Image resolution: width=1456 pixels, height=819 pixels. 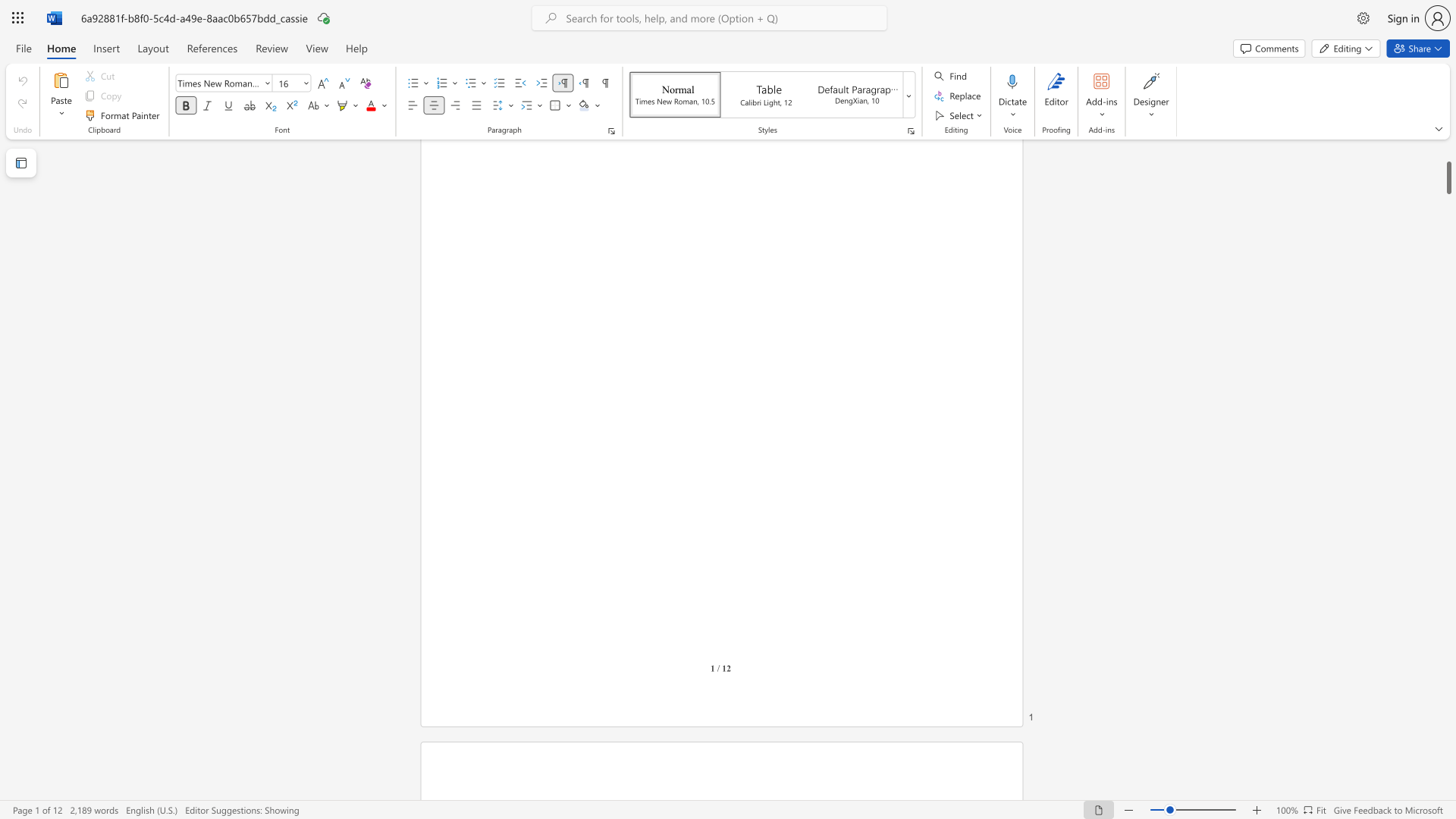 What do you see at coordinates (1448, 177) in the screenshot?
I see `the scrollbar and move down 7010 pixels` at bounding box center [1448, 177].